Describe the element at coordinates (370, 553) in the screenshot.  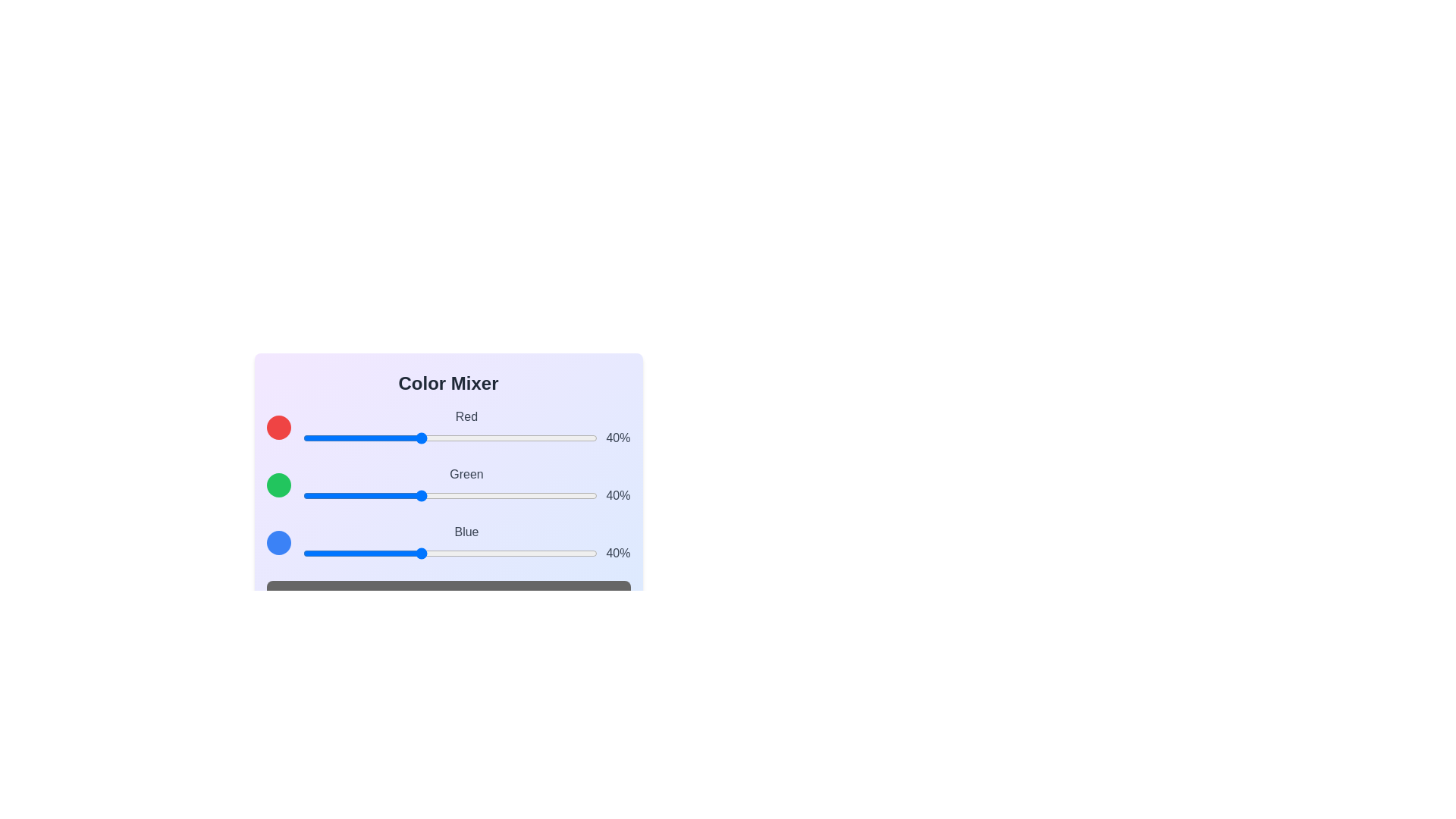
I see `the blue slider to 23%` at that location.